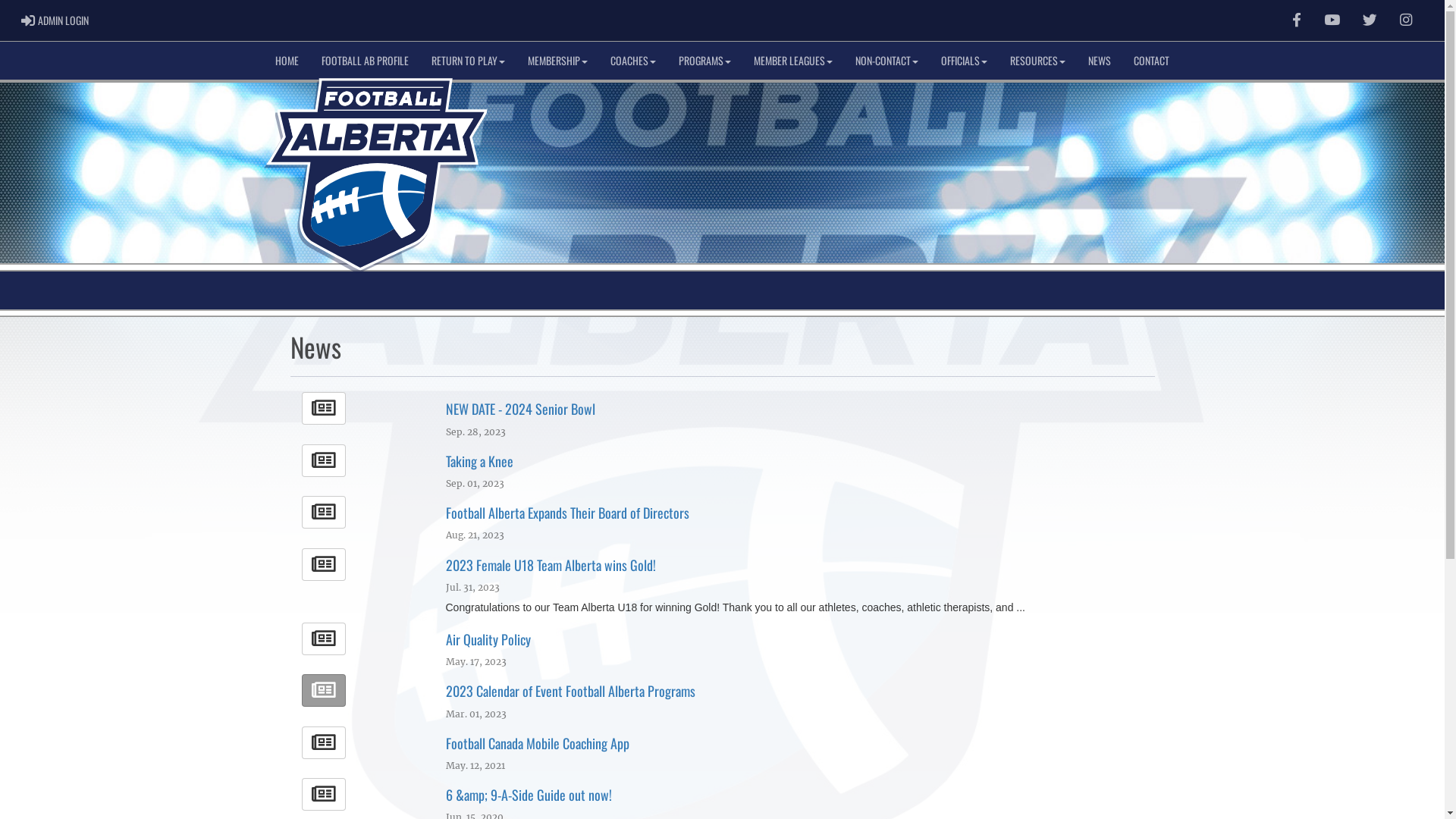 The height and width of the screenshot is (819, 1456). I want to click on 'watch', so click(1323, 20).